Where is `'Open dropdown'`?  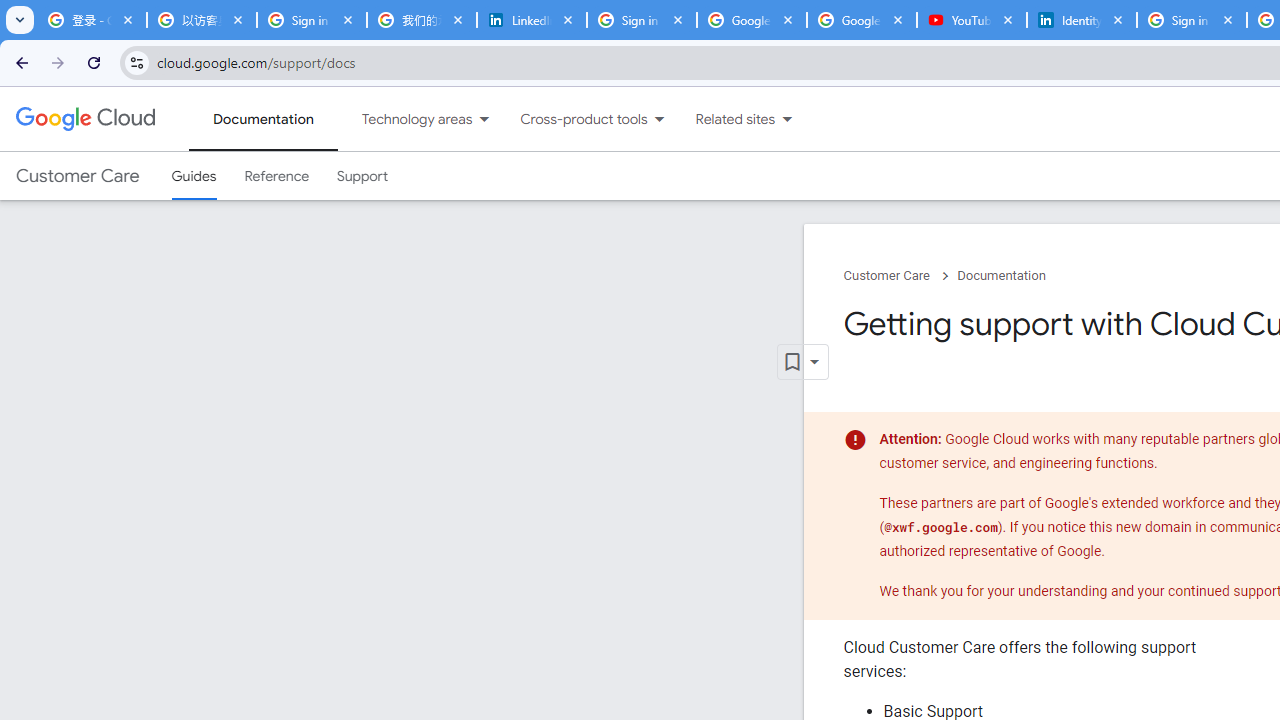 'Open dropdown' is located at coordinates (802, 362).